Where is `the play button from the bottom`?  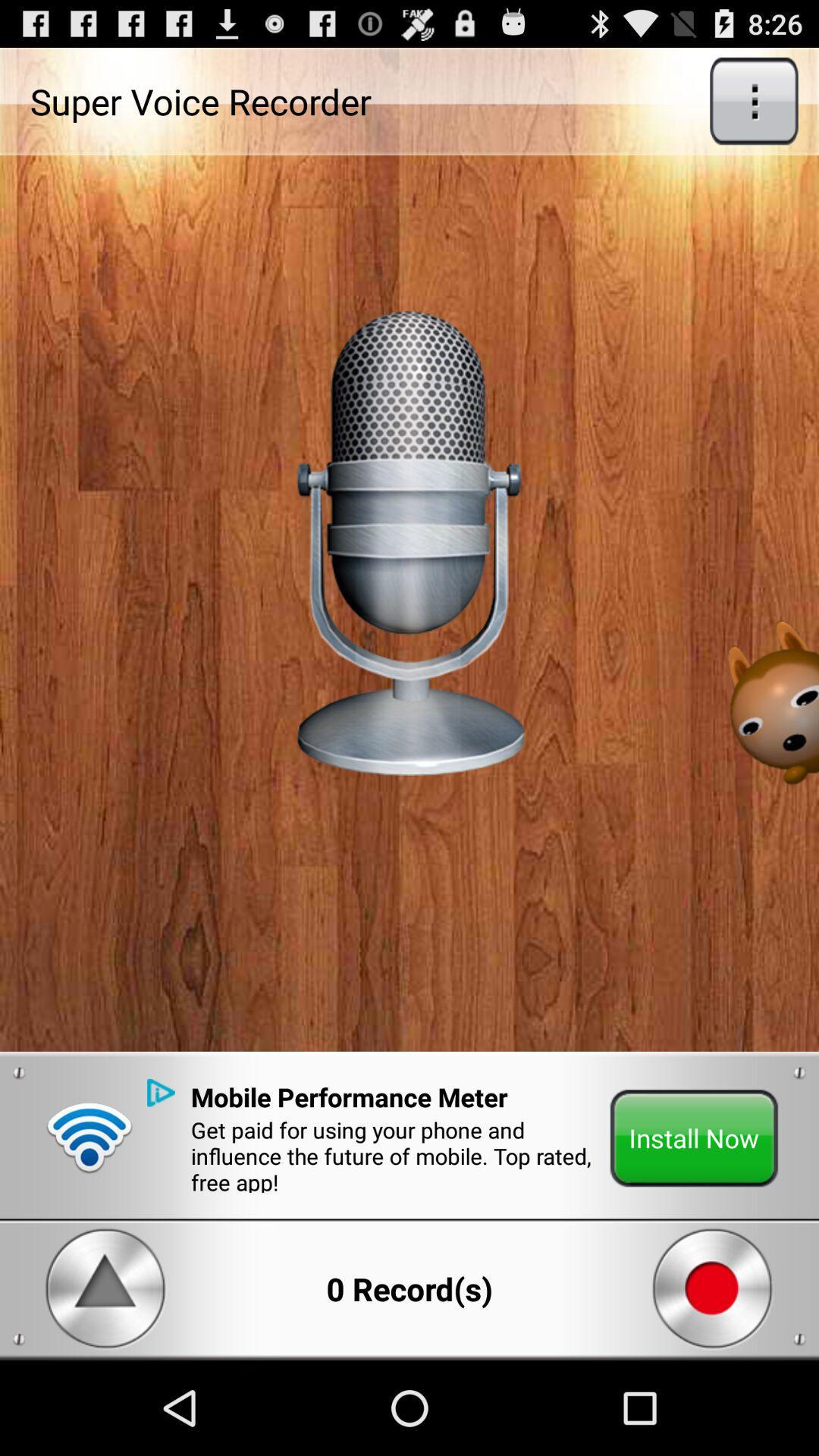 the play button from the bottom is located at coordinates (105, 1288).